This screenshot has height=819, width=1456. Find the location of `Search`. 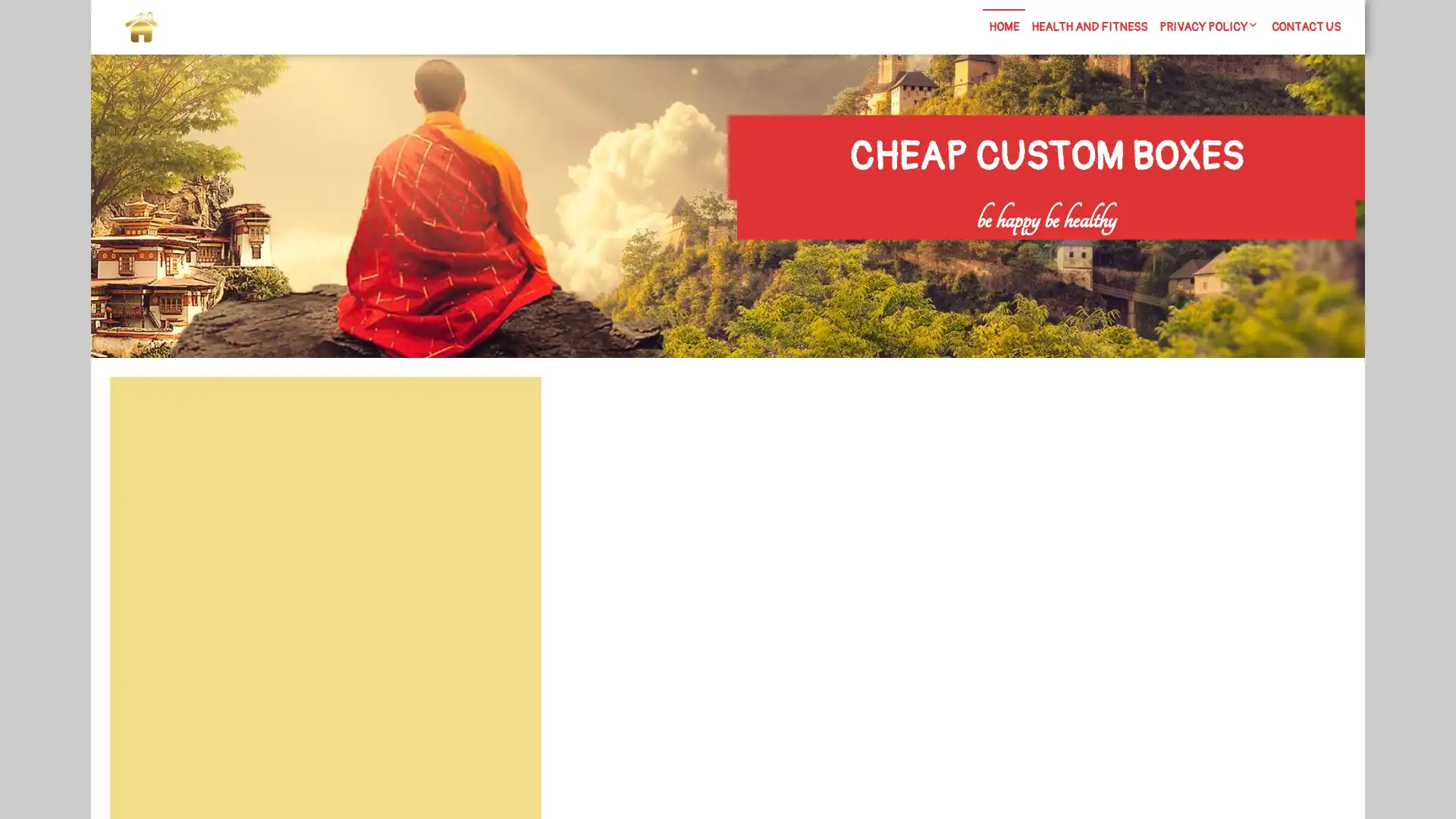

Search is located at coordinates (506, 413).